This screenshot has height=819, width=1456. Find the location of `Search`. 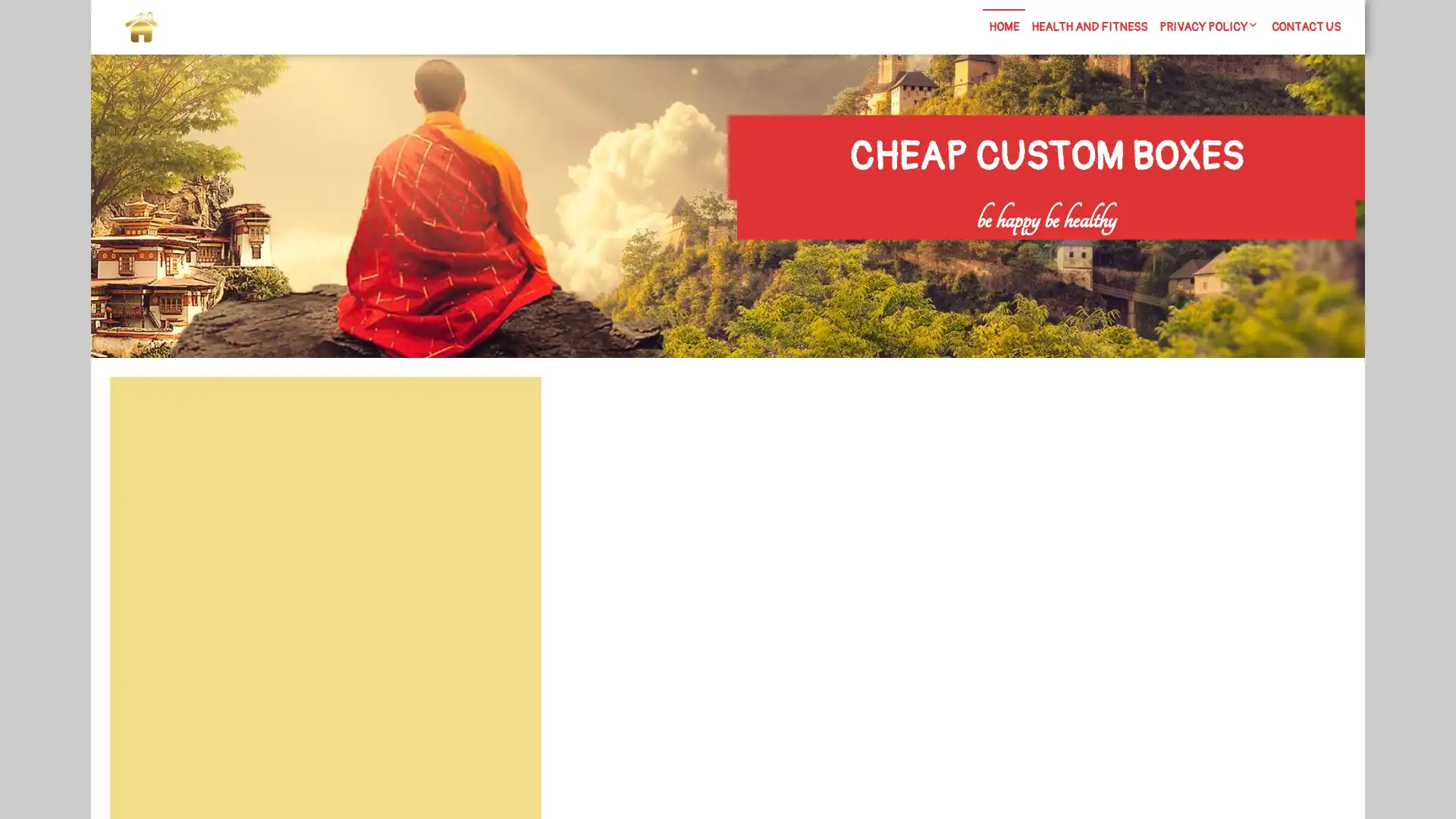

Search is located at coordinates (506, 413).